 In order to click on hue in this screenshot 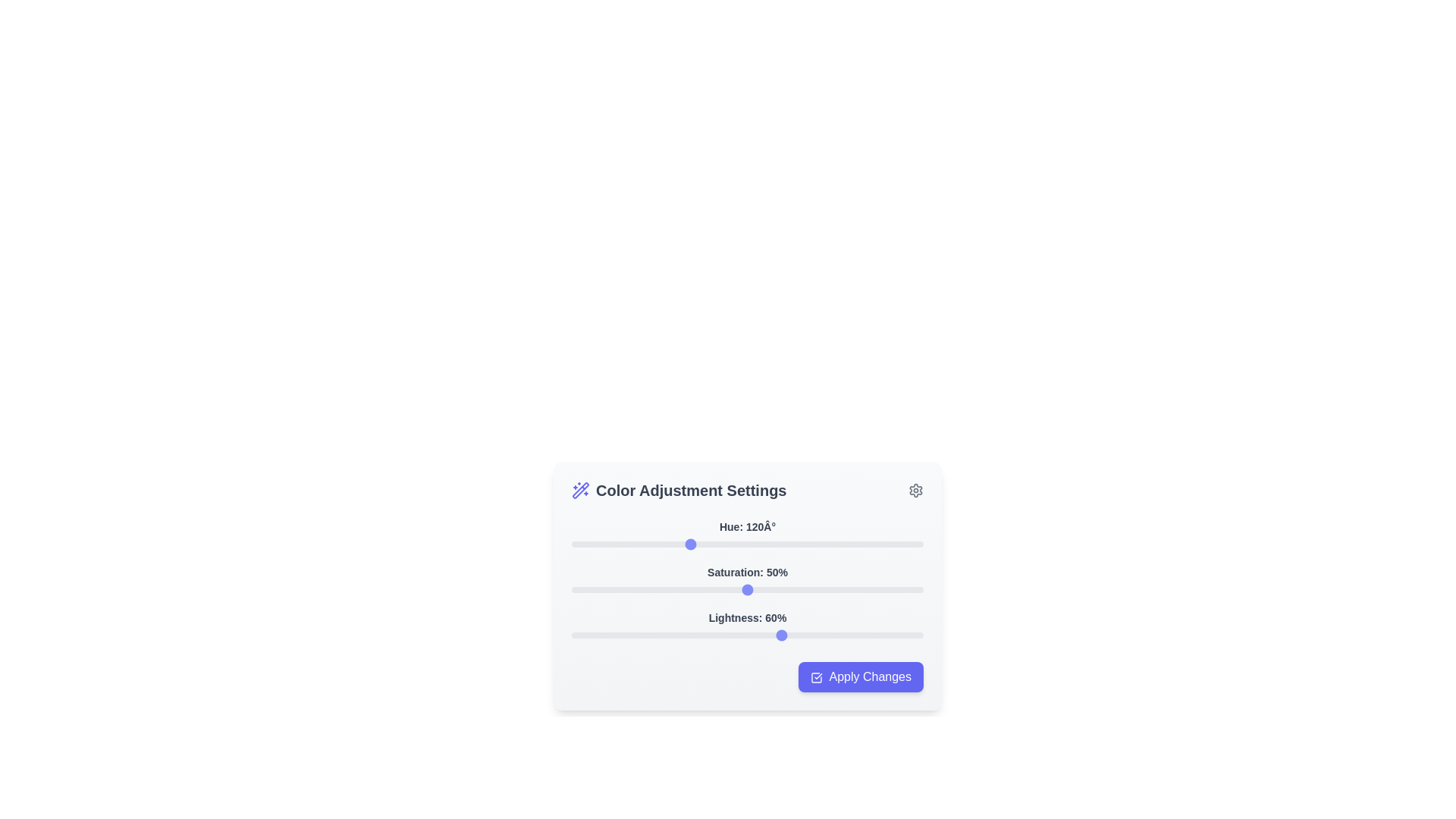, I will do `click(780, 543)`.